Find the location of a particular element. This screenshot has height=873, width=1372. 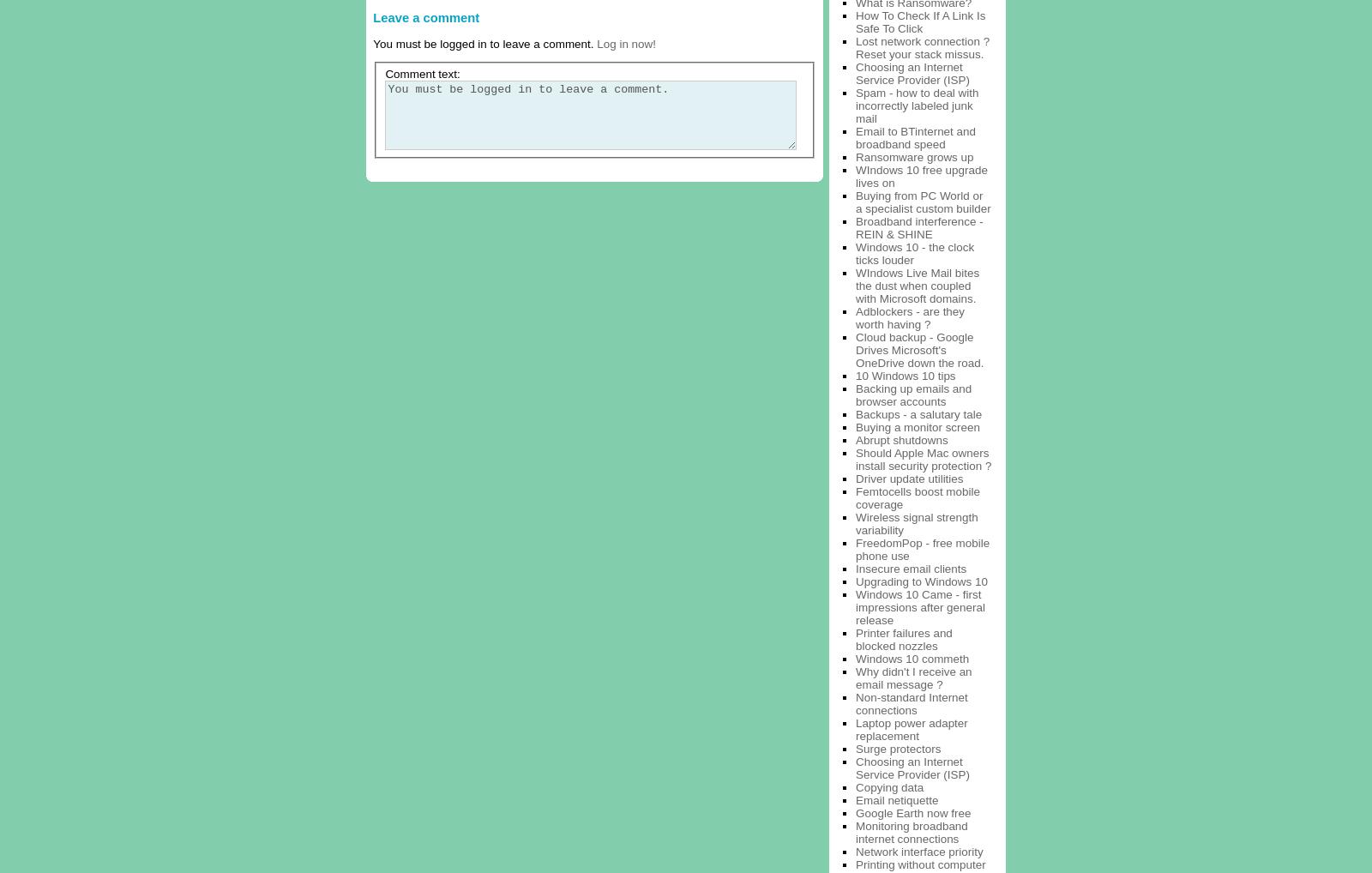

'Adblockers - are they worth having ?' is located at coordinates (910, 317).